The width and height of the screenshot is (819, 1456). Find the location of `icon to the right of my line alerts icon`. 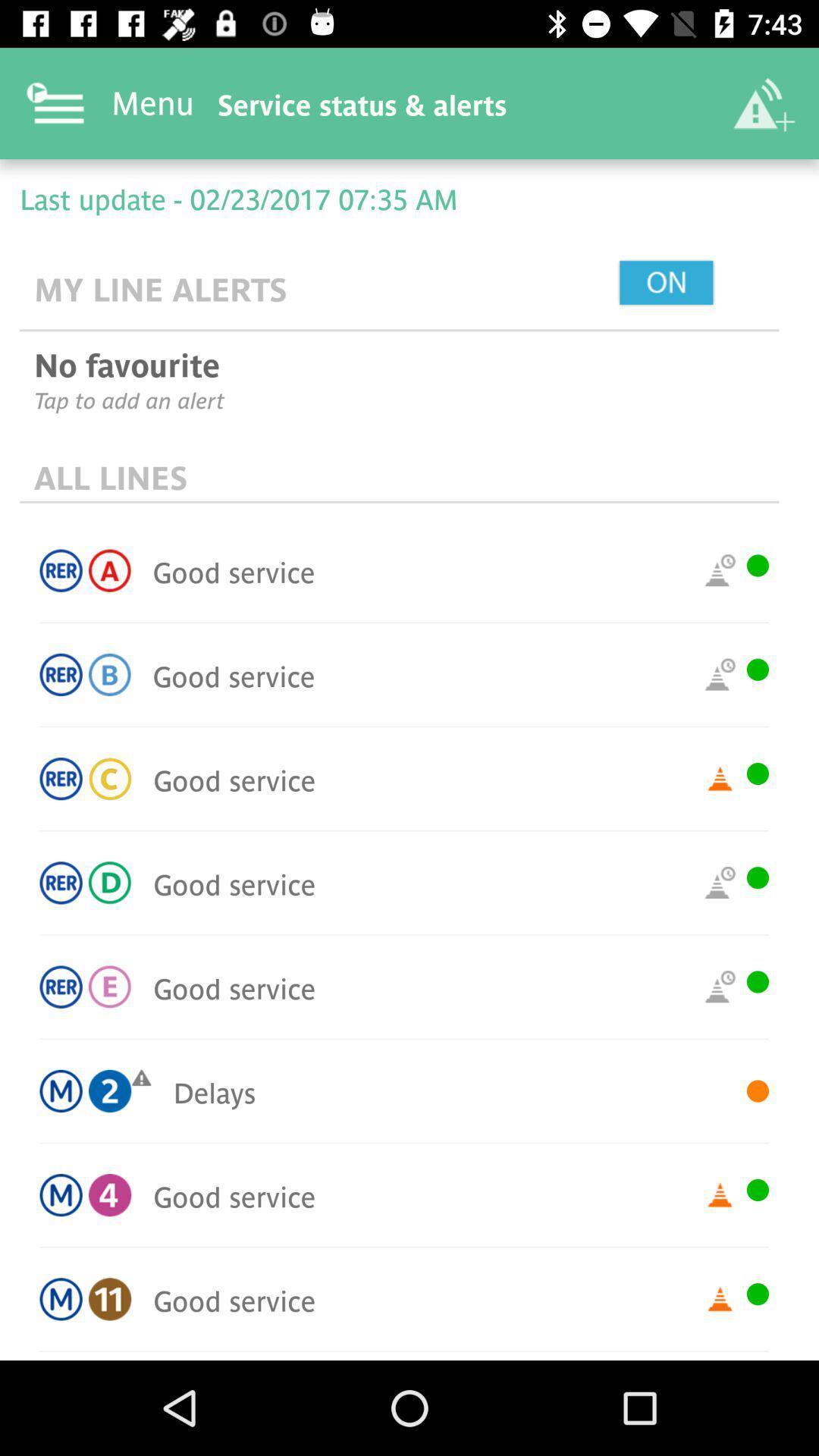

icon to the right of my line alerts icon is located at coordinates (701, 284).